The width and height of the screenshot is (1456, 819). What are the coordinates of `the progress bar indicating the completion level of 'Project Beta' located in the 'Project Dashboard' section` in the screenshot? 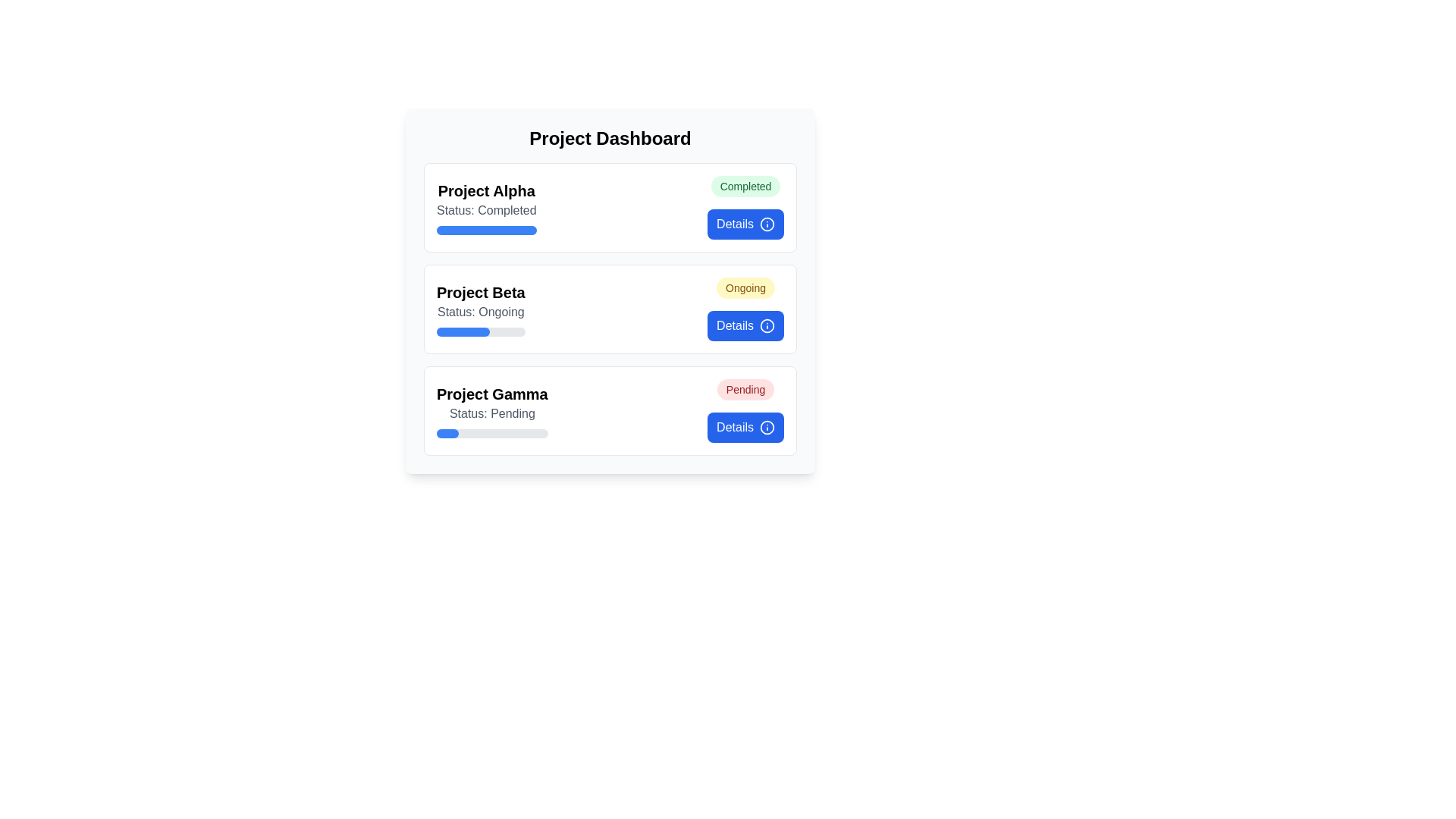 It's located at (480, 331).